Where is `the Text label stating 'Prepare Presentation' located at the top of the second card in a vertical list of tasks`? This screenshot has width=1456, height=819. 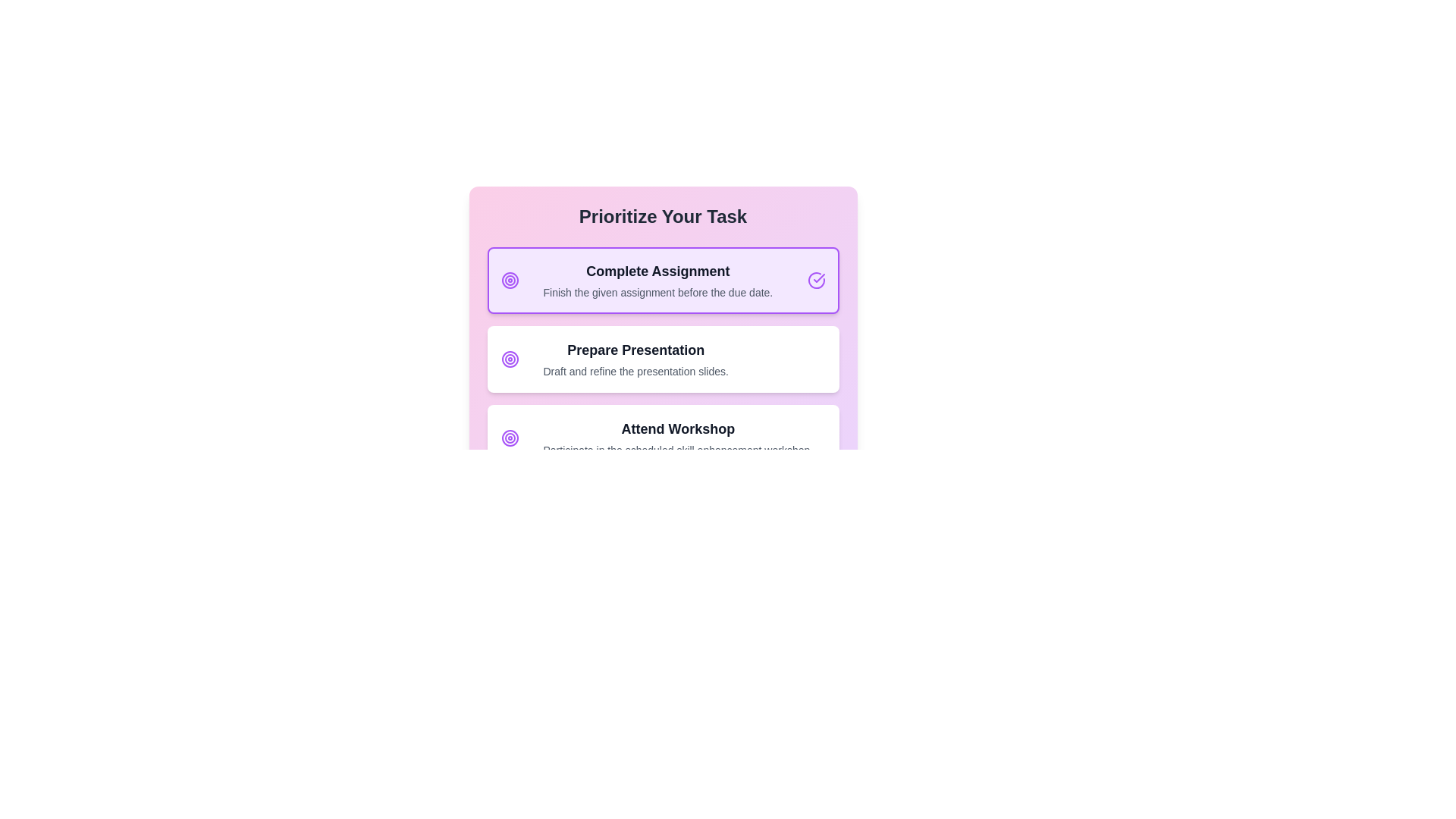
the Text label stating 'Prepare Presentation' located at the top of the second card in a vertical list of tasks is located at coordinates (635, 350).